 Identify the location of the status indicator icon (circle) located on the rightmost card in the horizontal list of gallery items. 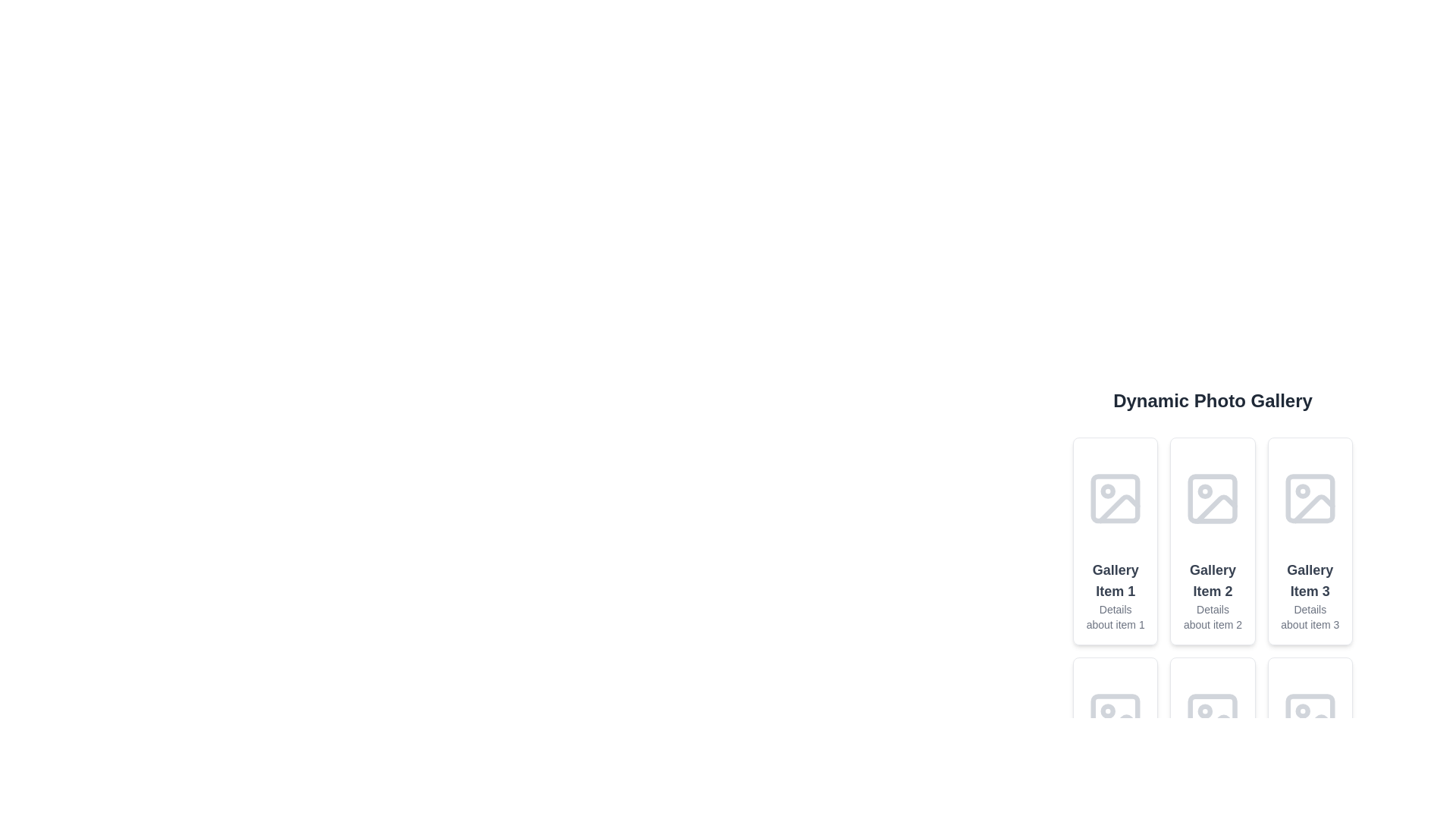
(1302, 491).